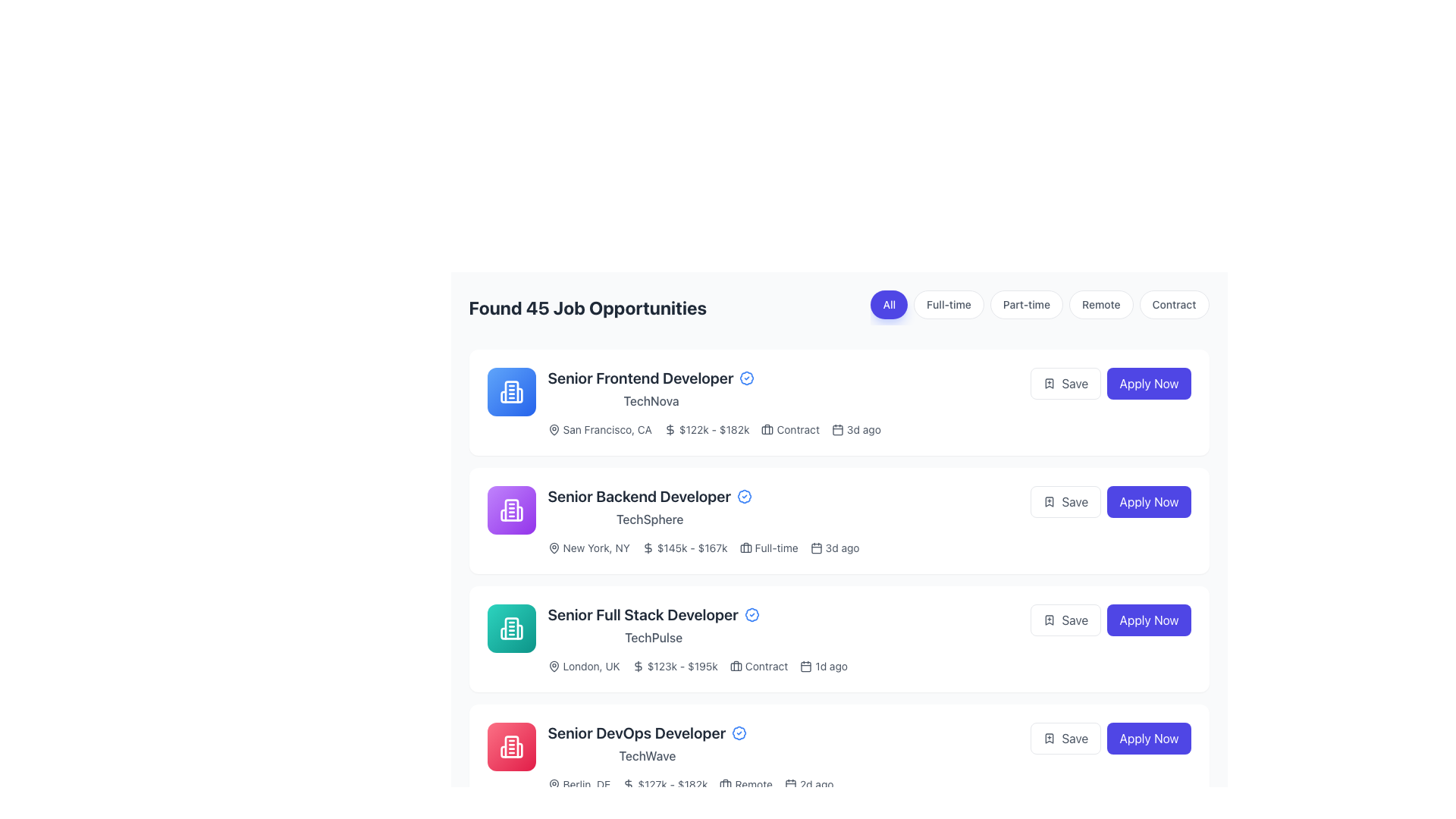 This screenshot has height=819, width=1456. I want to click on text from the Text Label that displays the primary job title and company name in the first job listing's main text area, located directly to the right of a blue company icon and above the job's additional details, so click(651, 388).